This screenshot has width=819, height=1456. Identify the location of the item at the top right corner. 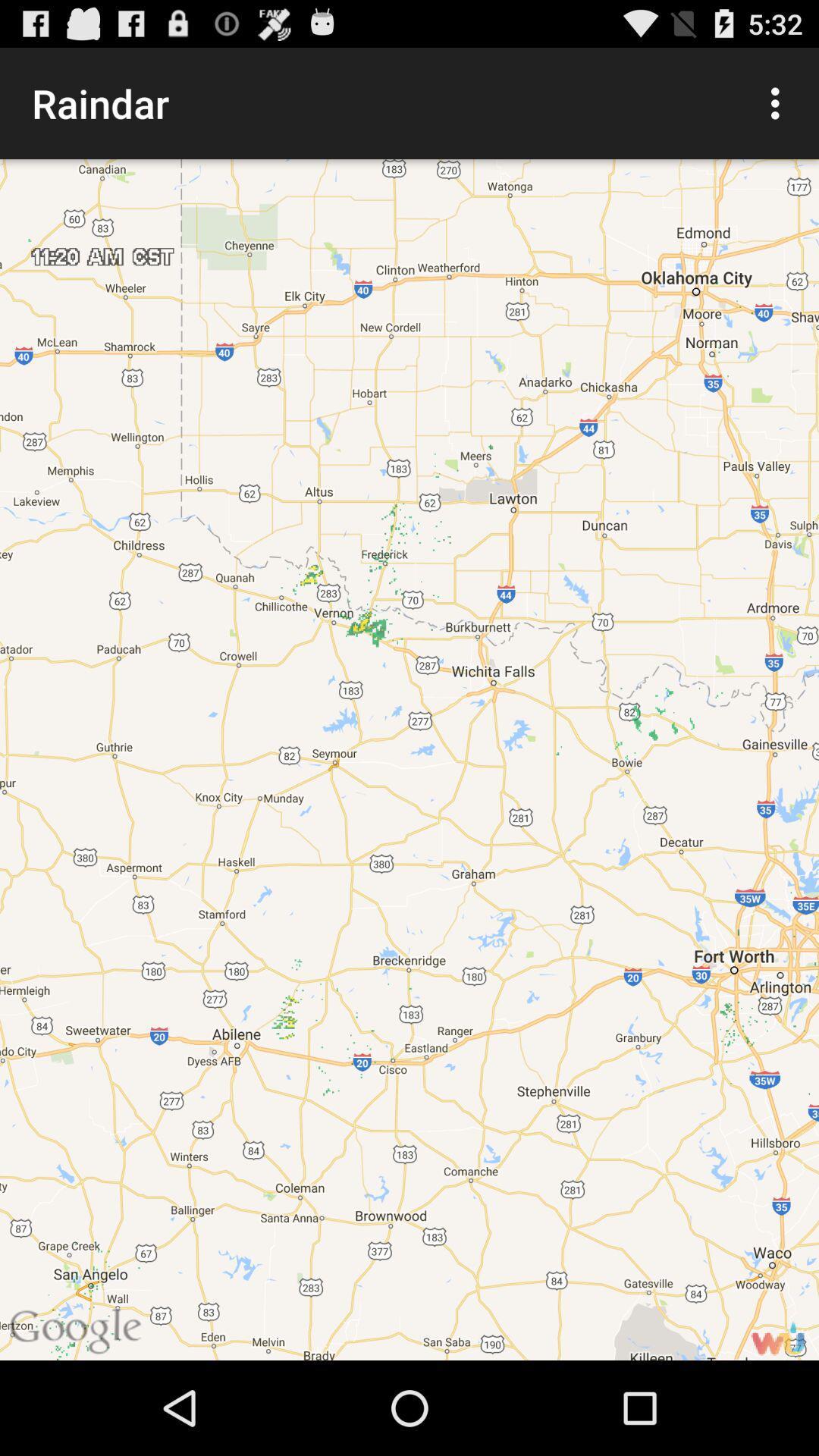
(779, 102).